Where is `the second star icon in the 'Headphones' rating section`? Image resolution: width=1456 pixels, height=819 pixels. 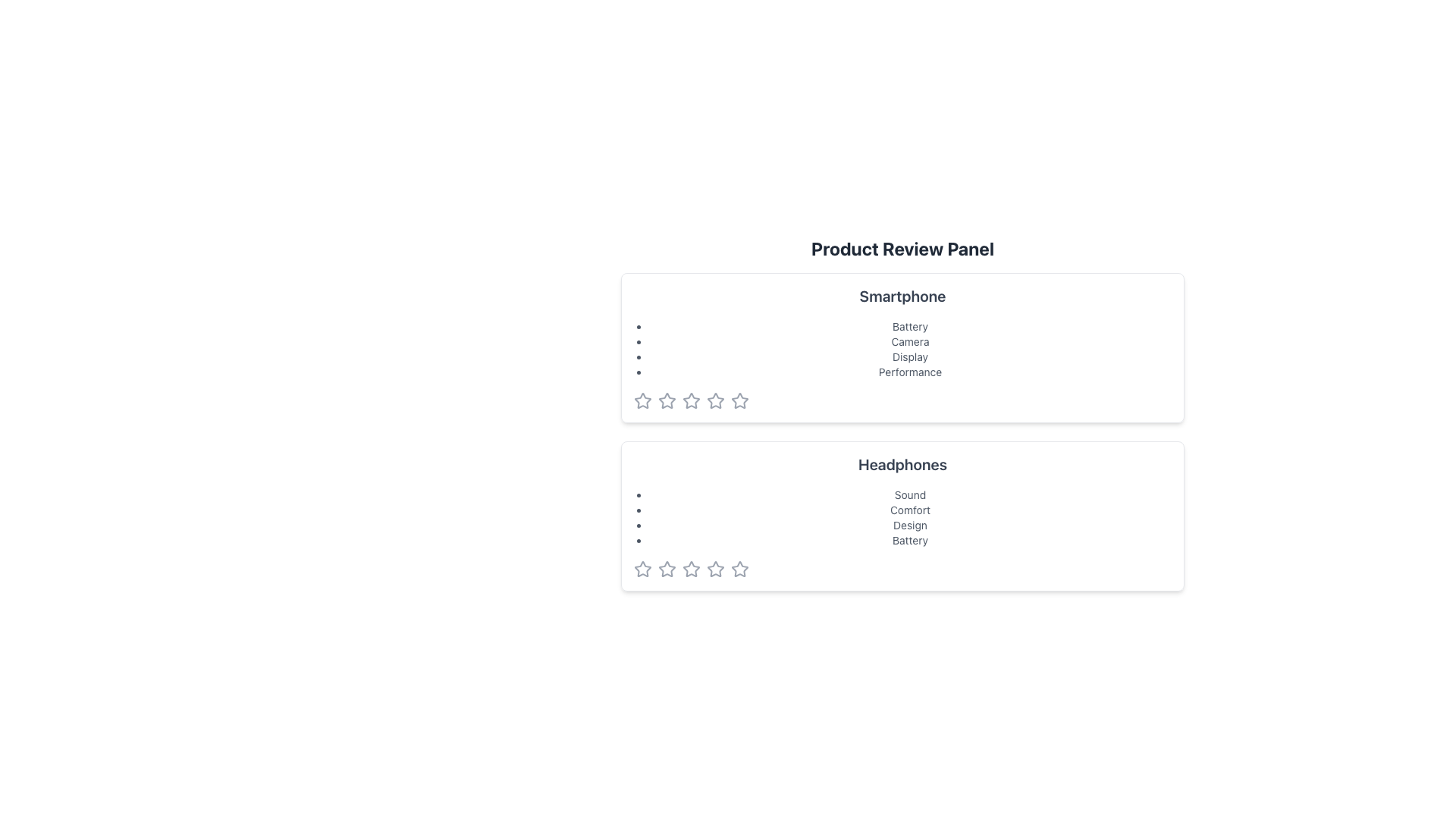 the second star icon in the 'Headphones' rating section is located at coordinates (667, 569).